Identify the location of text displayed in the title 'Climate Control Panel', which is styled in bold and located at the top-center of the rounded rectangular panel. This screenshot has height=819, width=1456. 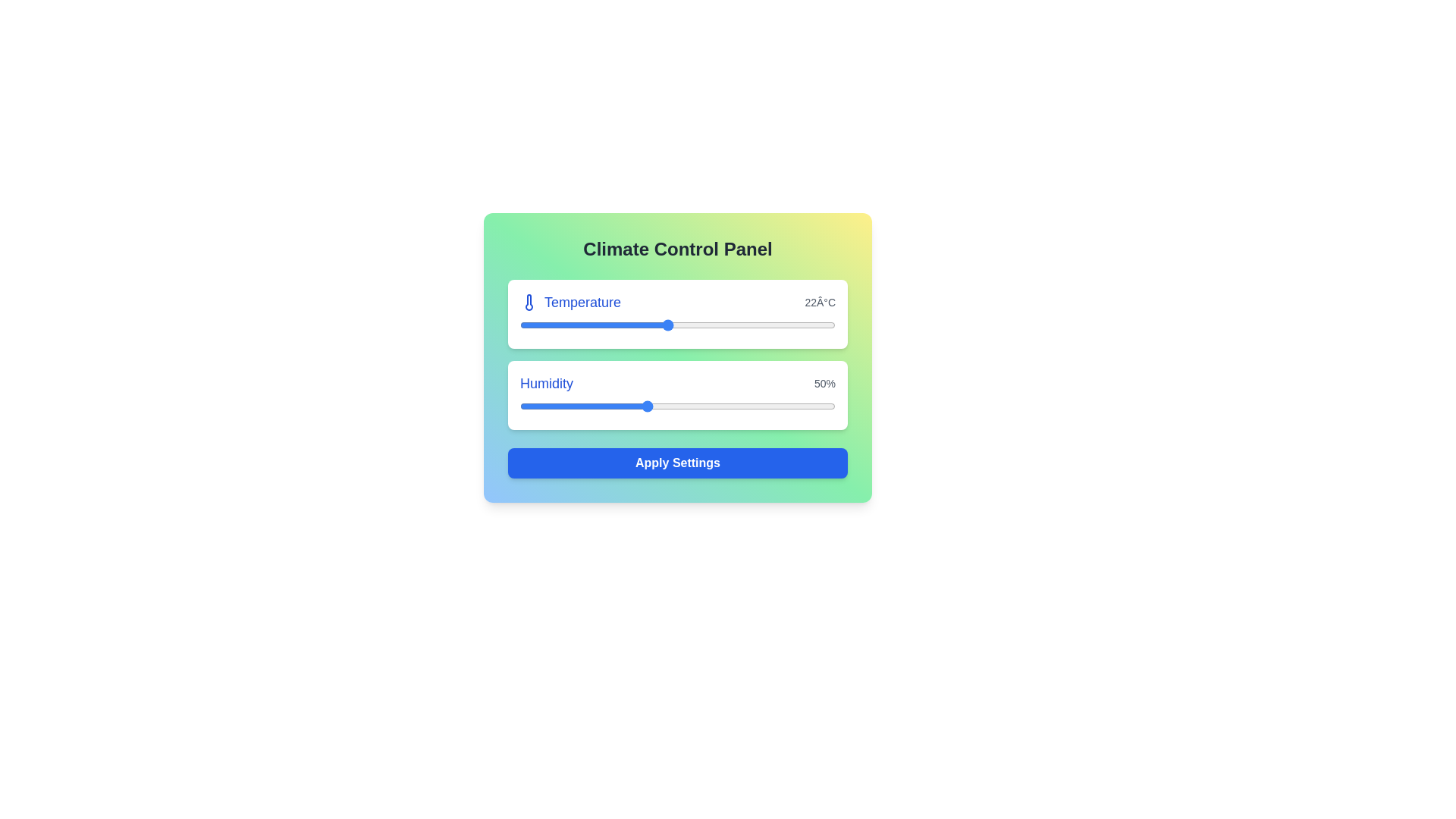
(676, 248).